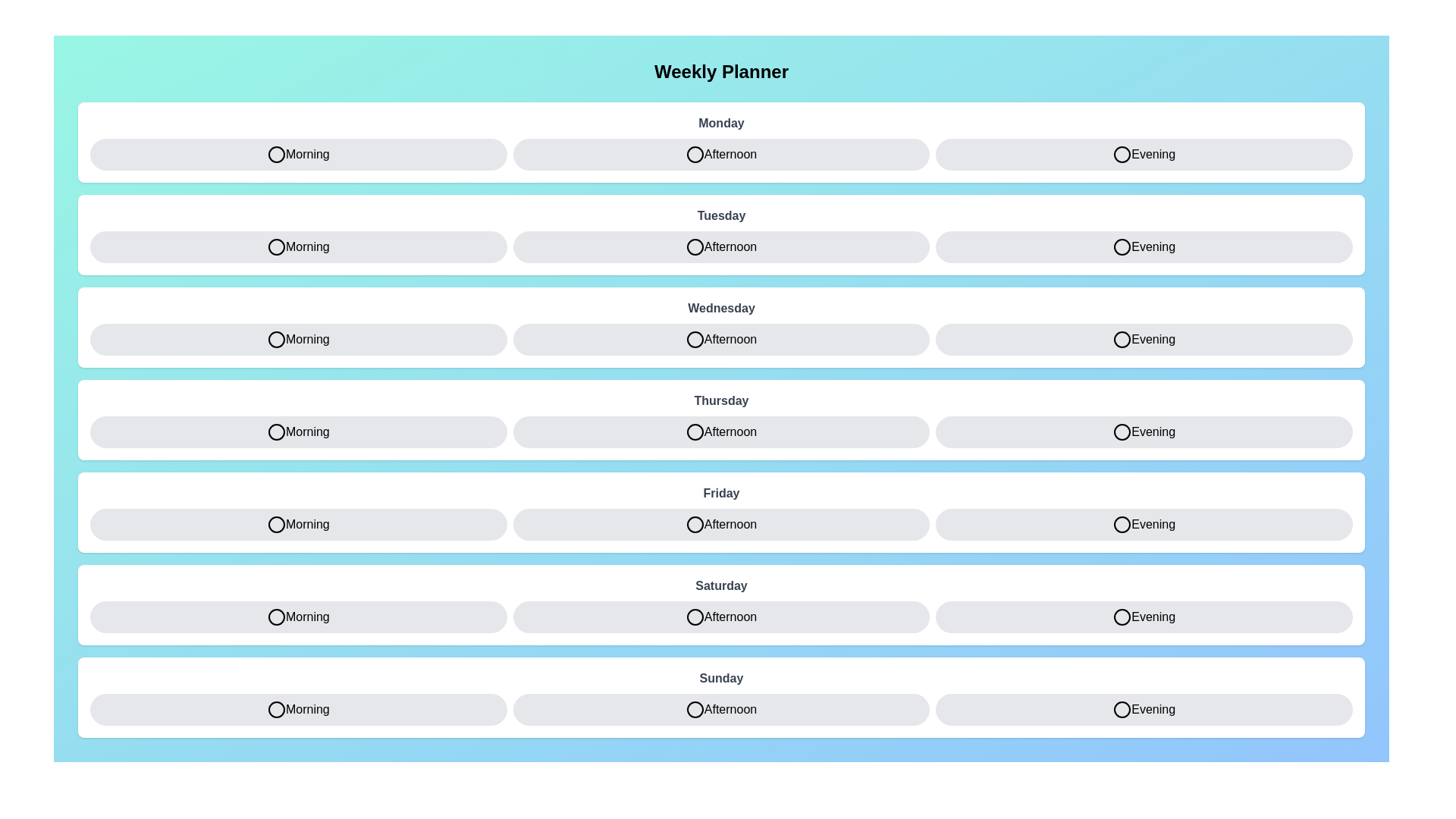 The width and height of the screenshot is (1456, 819). Describe the element at coordinates (720, 72) in the screenshot. I see `the header text 'Weekly Planner'` at that location.